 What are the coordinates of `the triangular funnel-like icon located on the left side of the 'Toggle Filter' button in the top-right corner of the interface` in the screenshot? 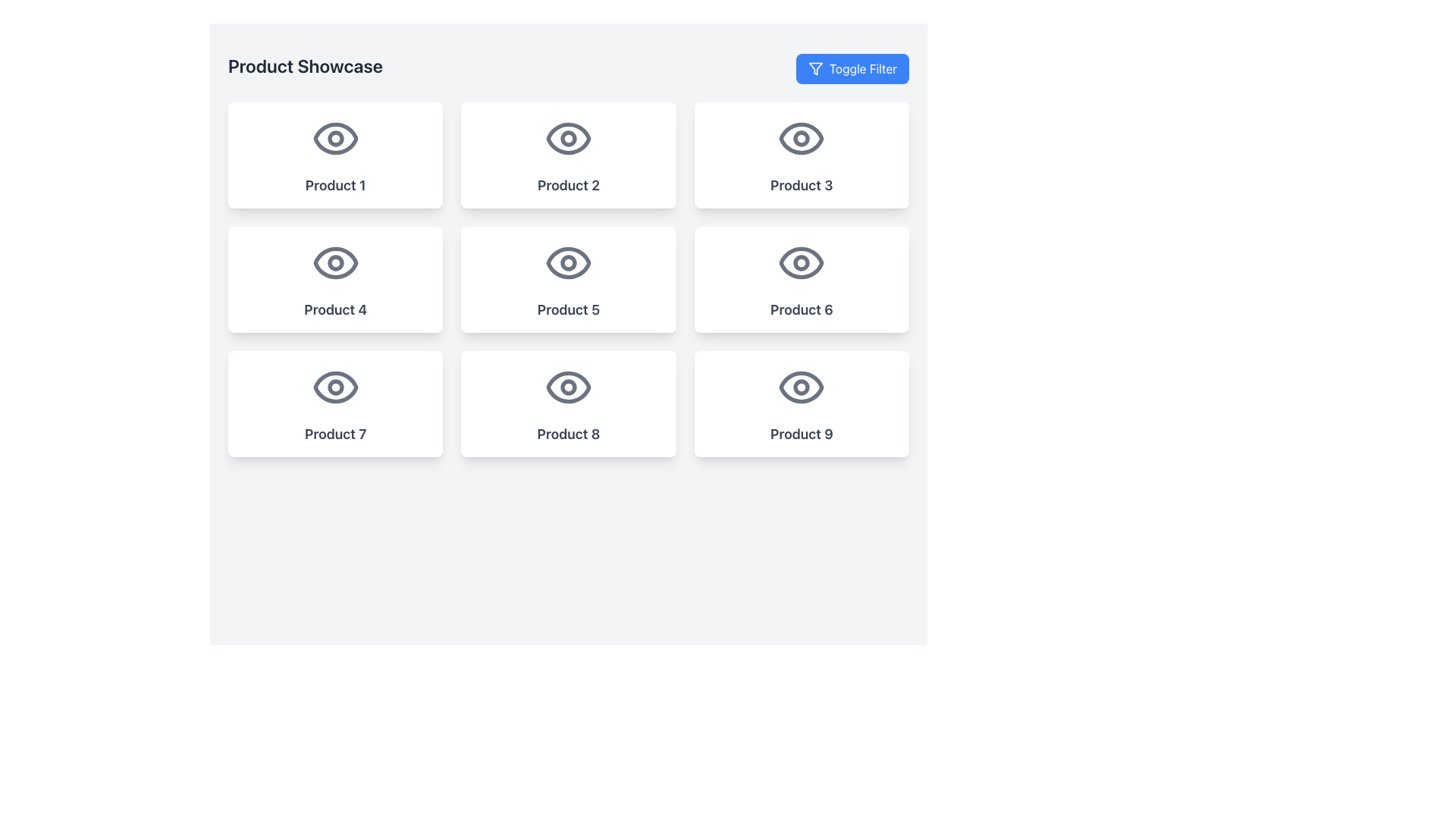 It's located at (814, 69).